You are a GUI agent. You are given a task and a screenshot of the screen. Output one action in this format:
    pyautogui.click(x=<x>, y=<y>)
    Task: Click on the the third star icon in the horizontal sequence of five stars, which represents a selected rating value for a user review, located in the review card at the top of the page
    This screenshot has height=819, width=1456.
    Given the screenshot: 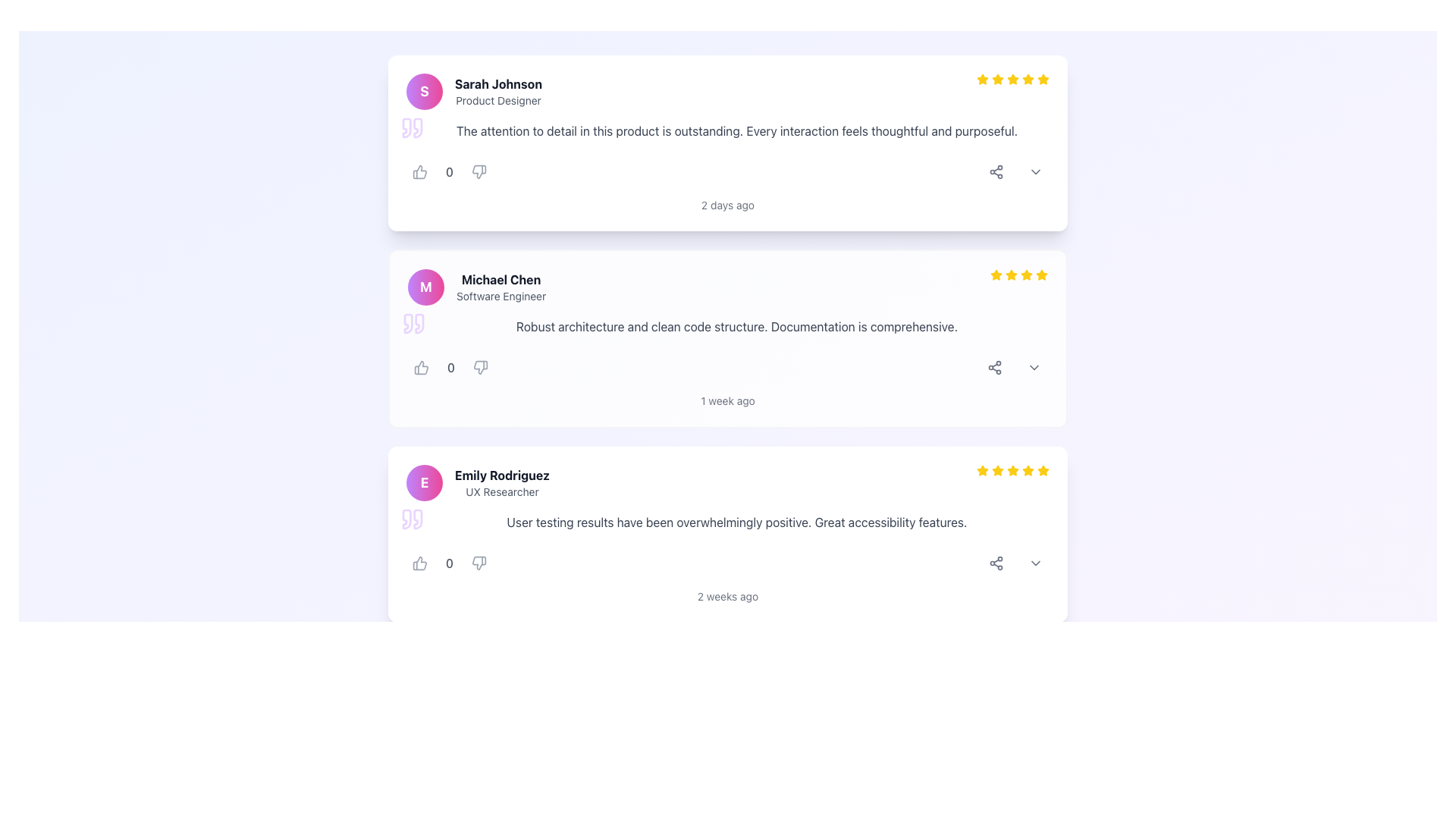 What is the action you would take?
    pyautogui.click(x=997, y=79)
    